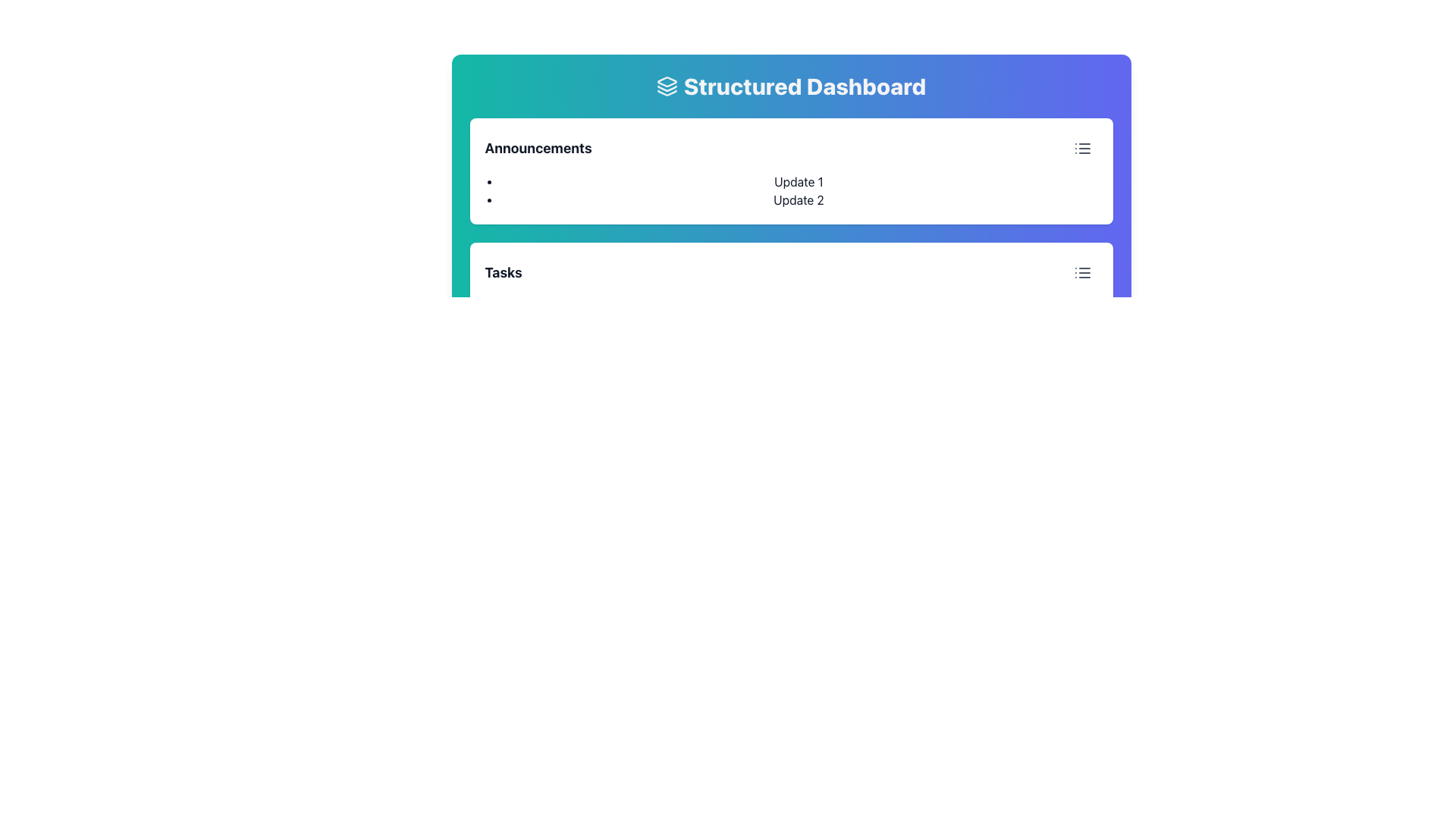  I want to click on the informational label indicating 'Update 1' located under the 'Announcements' heading, which is the first entry in the list, so click(798, 180).